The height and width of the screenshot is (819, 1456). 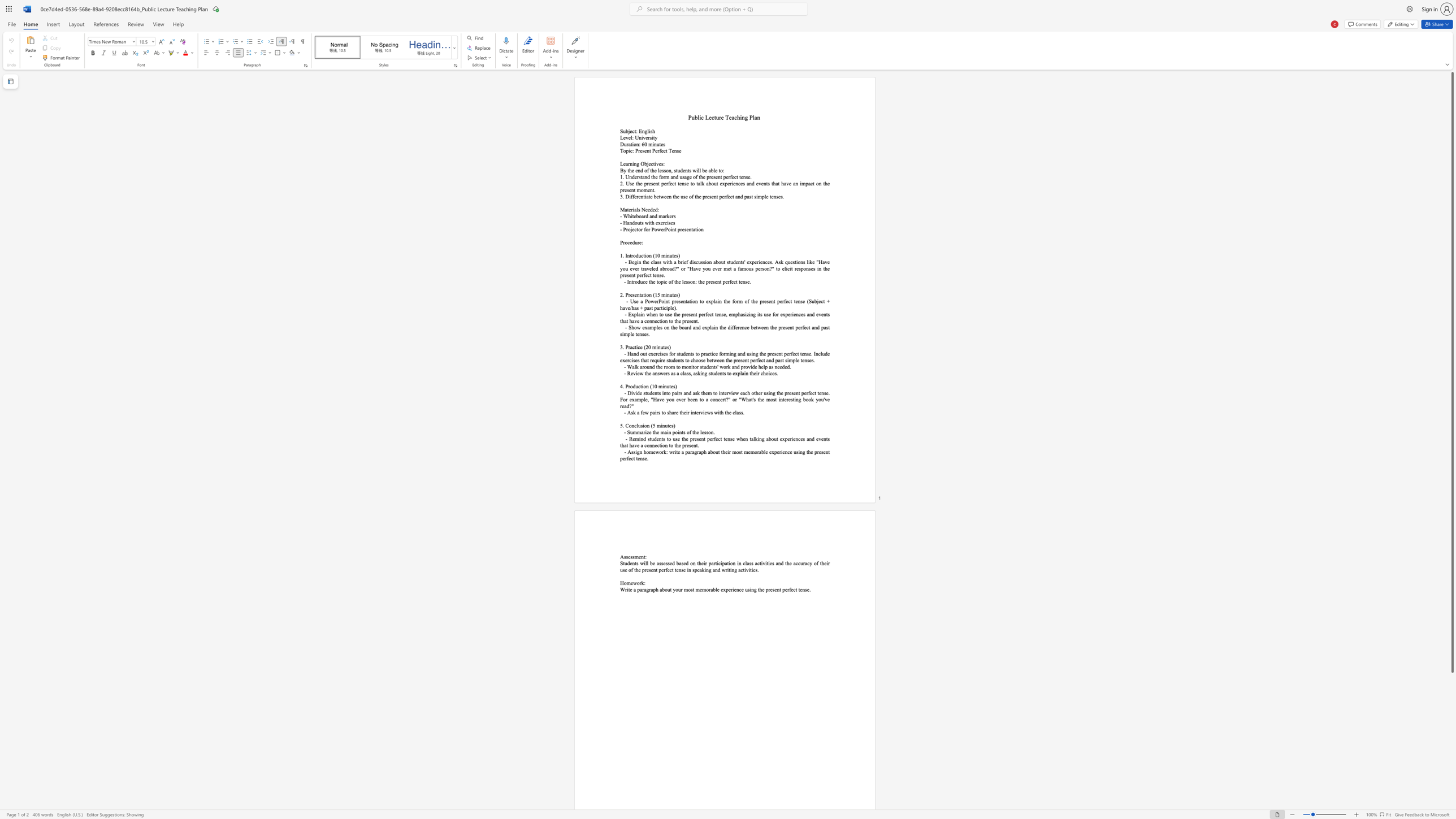 What do you see at coordinates (649, 255) in the screenshot?
I see `the 2th character "n" in the text` at bounding box center [649, 255].